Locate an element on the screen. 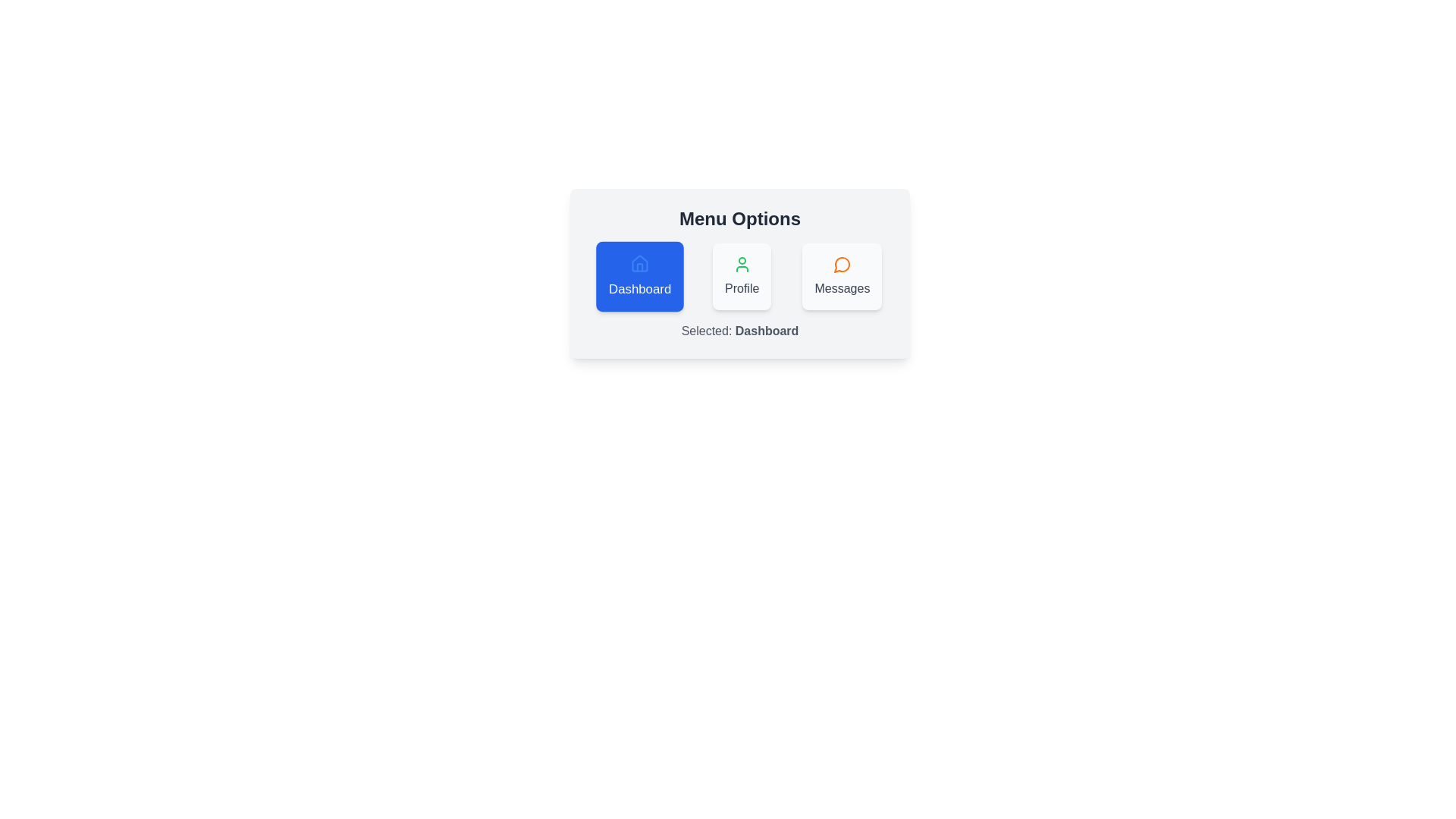 The width and height of the screenshot is (1456, 819). the Profile chip to observe its hover effect is located at coordinates (742, 277).